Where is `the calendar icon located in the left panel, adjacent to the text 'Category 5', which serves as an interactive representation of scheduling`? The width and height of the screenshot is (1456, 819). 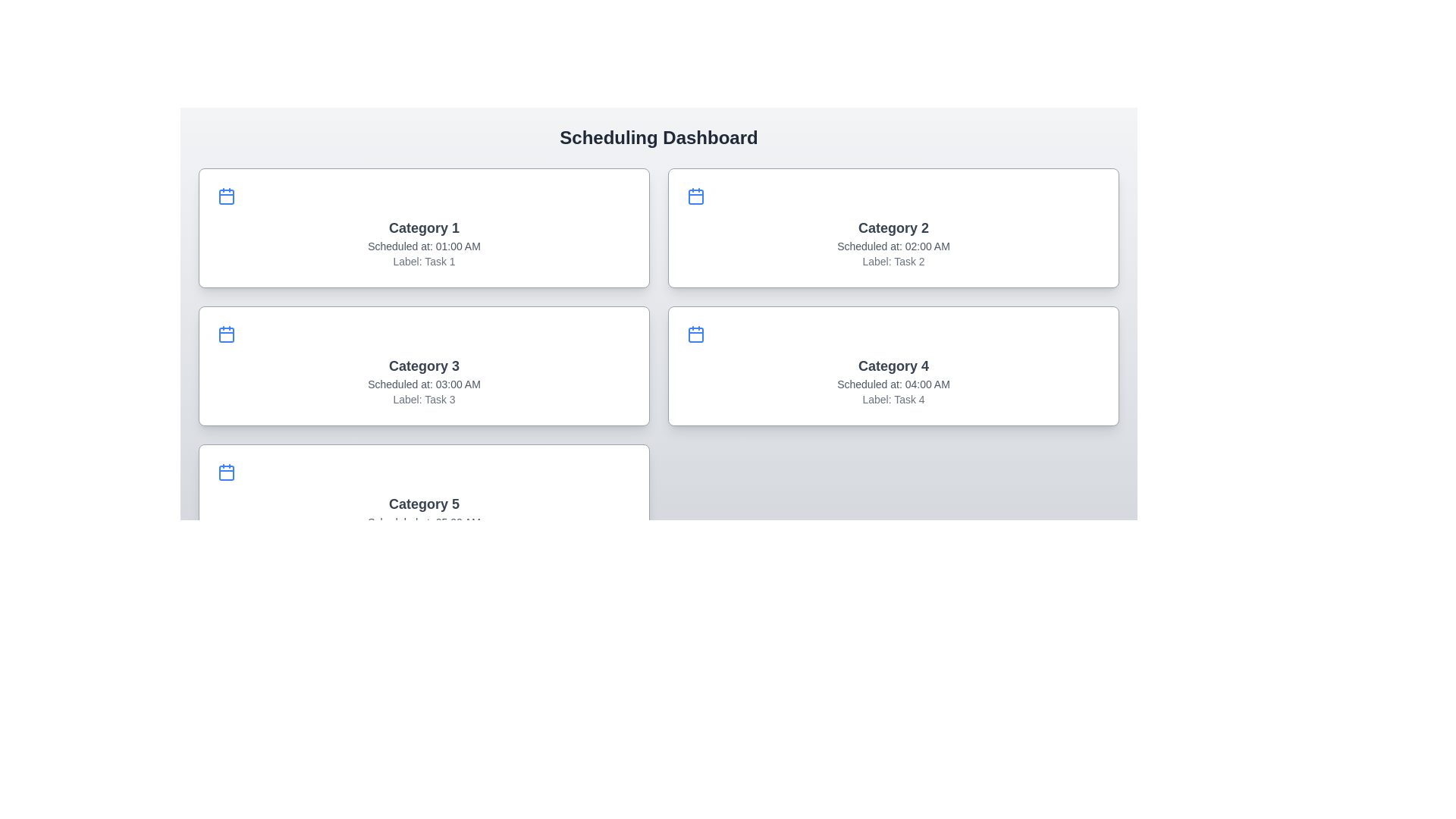 the calendar icon located in the left panel, adjacent to the text 'Category 5', which serves as an interactive representation of scheduling is located at coordinates (225, 472).